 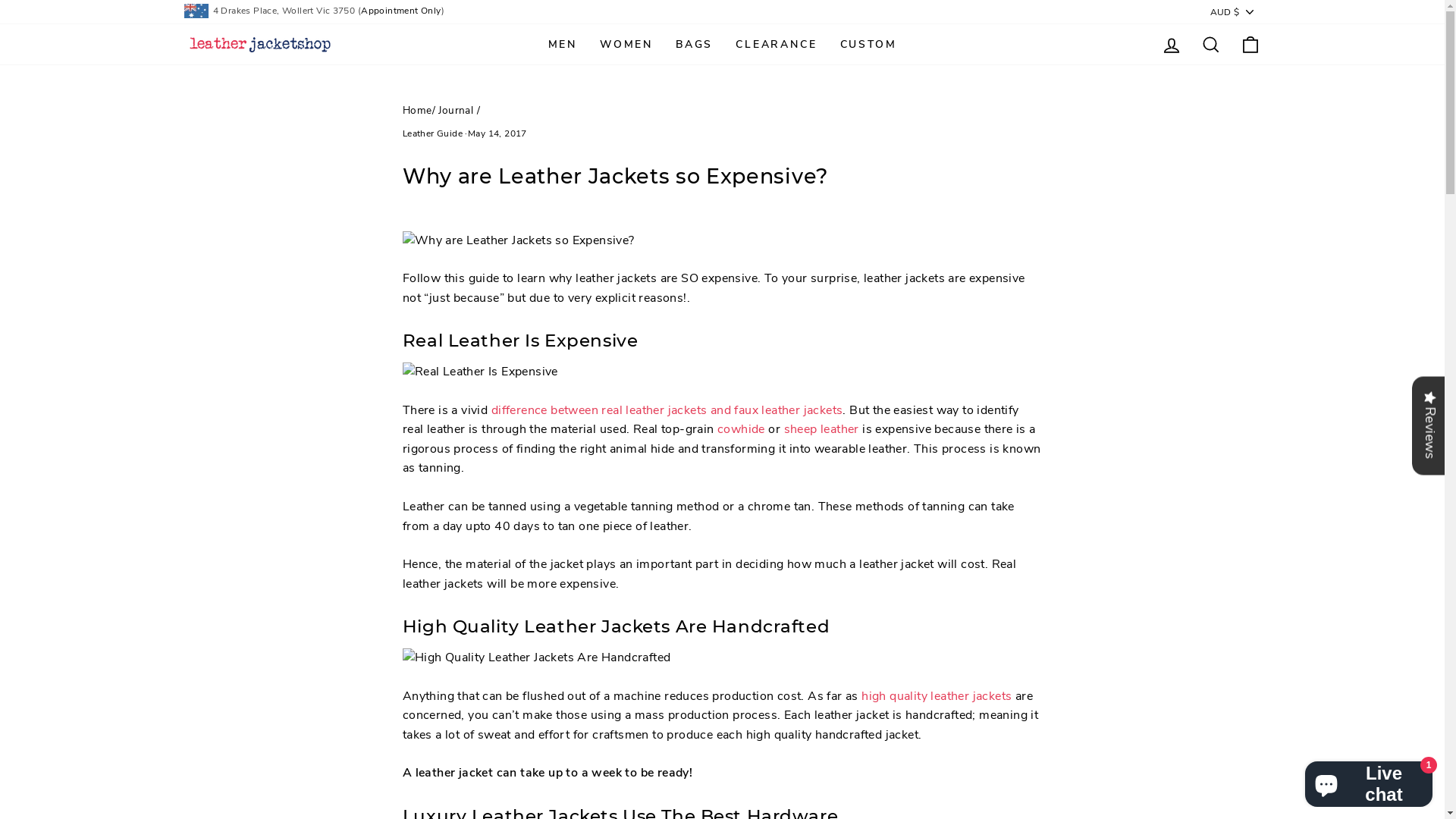 What do you see at coordinates (868, 43) in the screenshot?
I see `'CUSTOM'` at bounding box center [868, 43].